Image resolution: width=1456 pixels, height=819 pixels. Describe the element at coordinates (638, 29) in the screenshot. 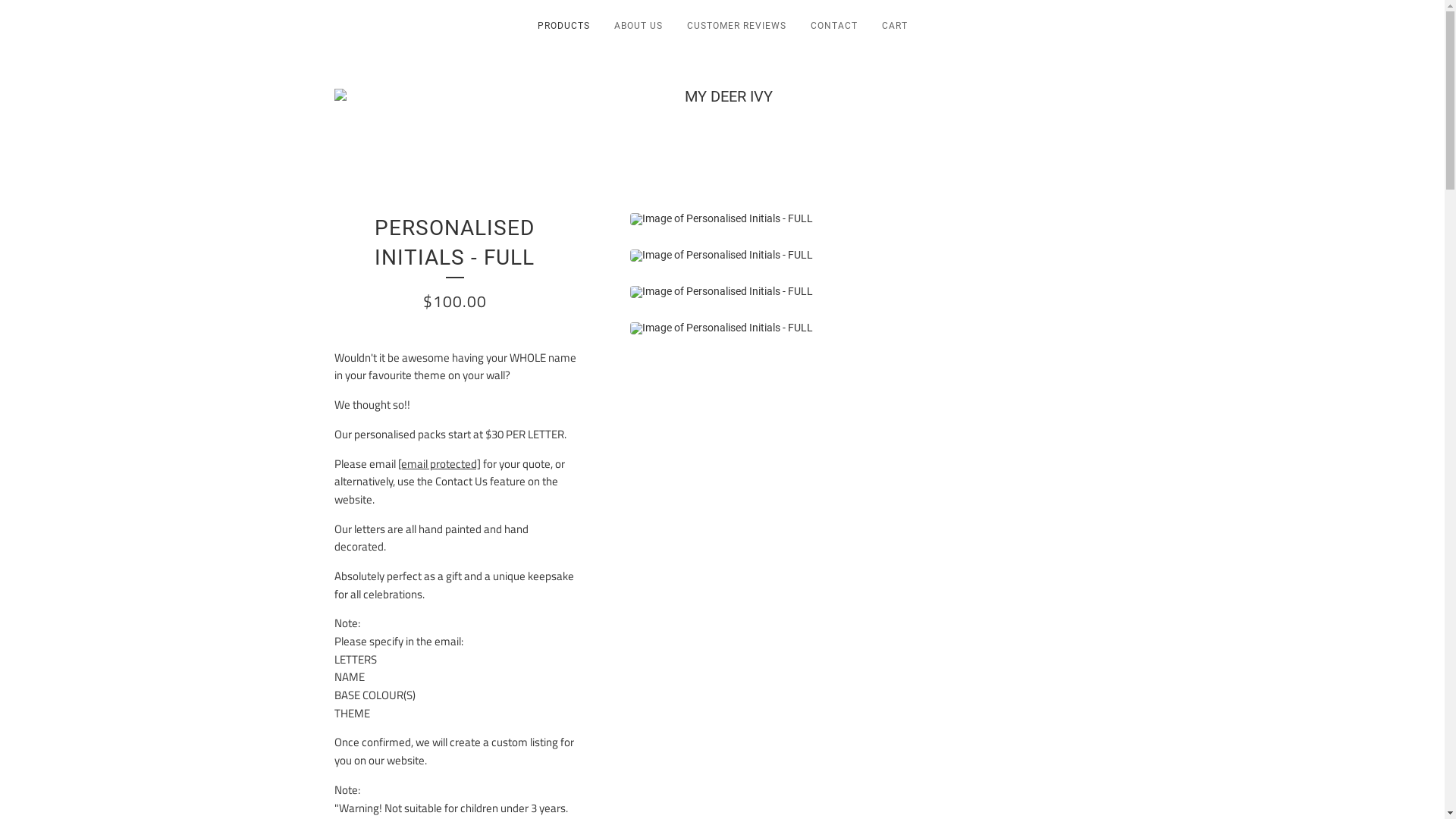

I see `'ABOUT US'` at that location.